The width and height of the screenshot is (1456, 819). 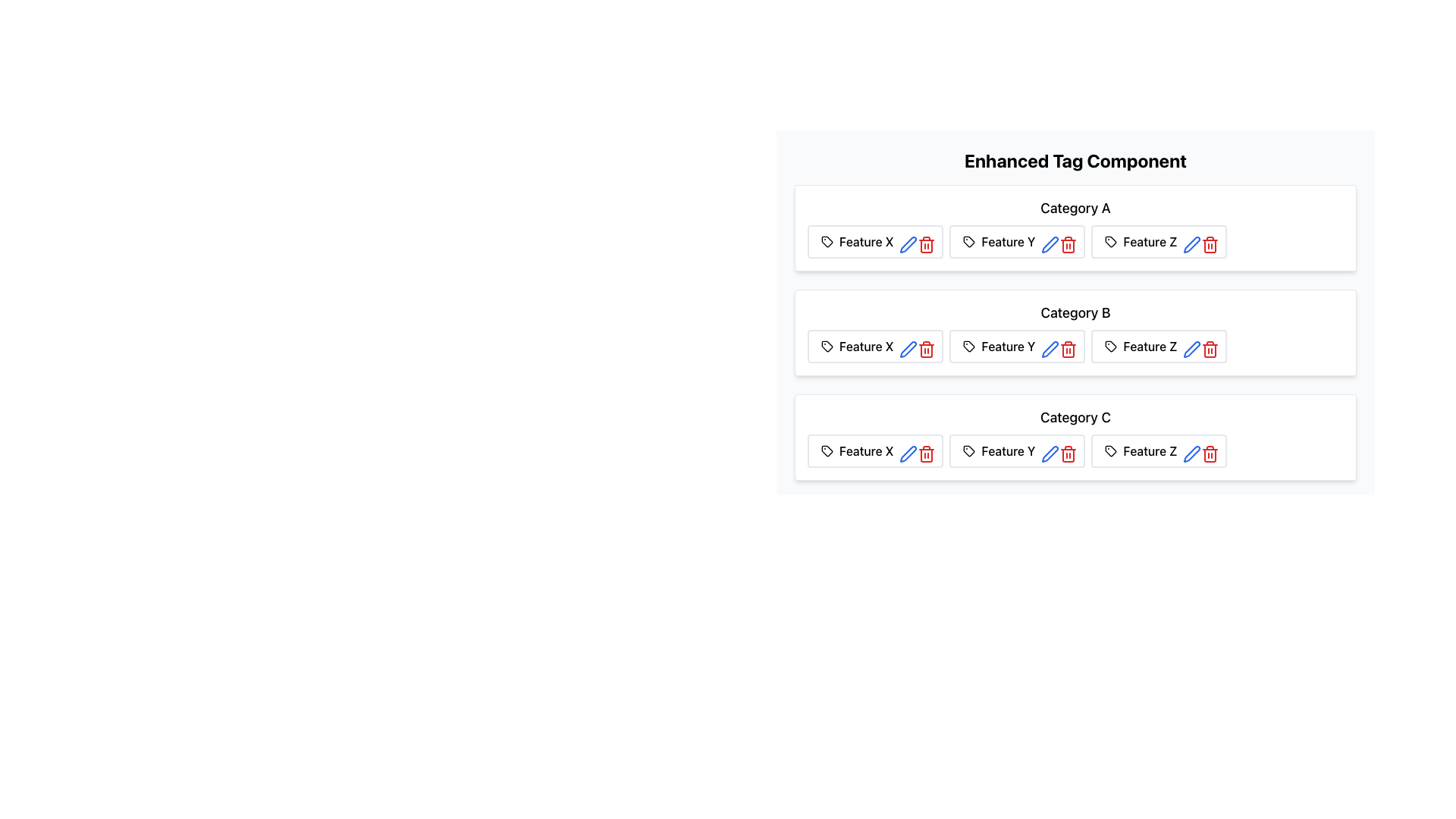 I want to click on the purple tag icon located to the left of the 'Feature X' button, so click(x=826, y=346).